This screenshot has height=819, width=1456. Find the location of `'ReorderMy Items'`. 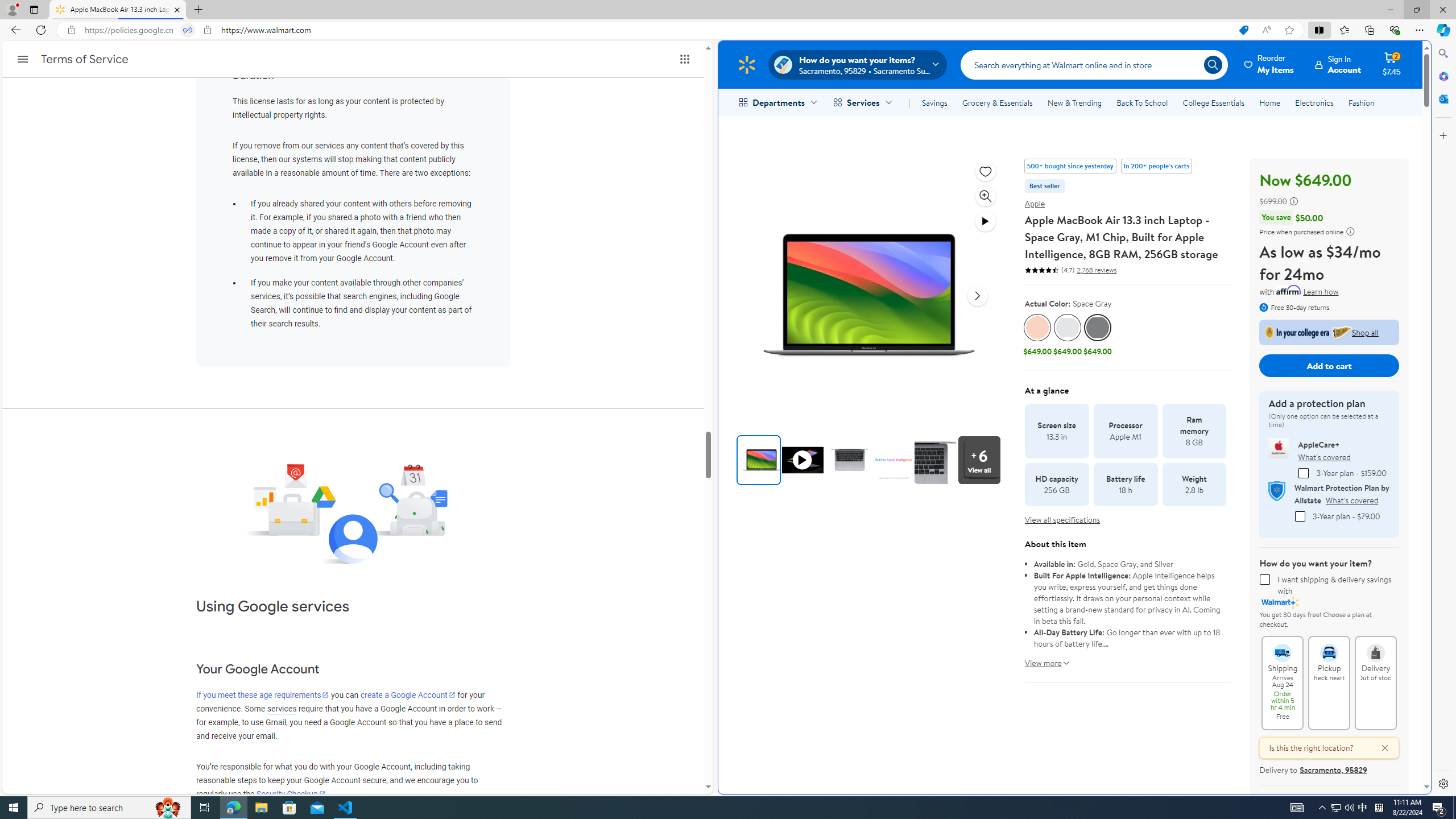

'ReorderMy Items' is located at coordinates (1269, 64).